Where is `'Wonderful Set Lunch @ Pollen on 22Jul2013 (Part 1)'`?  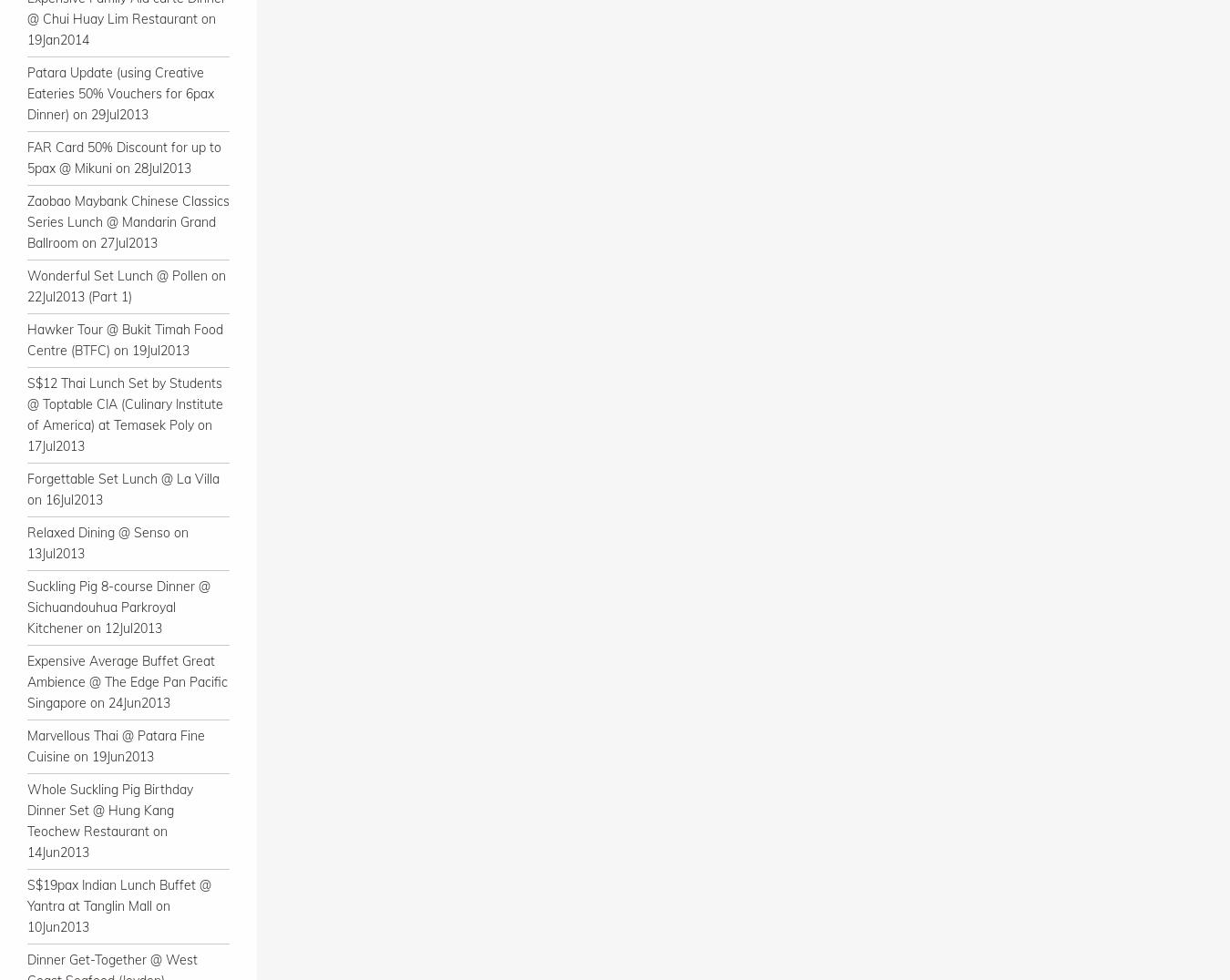
'Wonderful Set Lunch @ Pollen on 22Jul2013 (Part 1)' is located at coordinates (127, 285).